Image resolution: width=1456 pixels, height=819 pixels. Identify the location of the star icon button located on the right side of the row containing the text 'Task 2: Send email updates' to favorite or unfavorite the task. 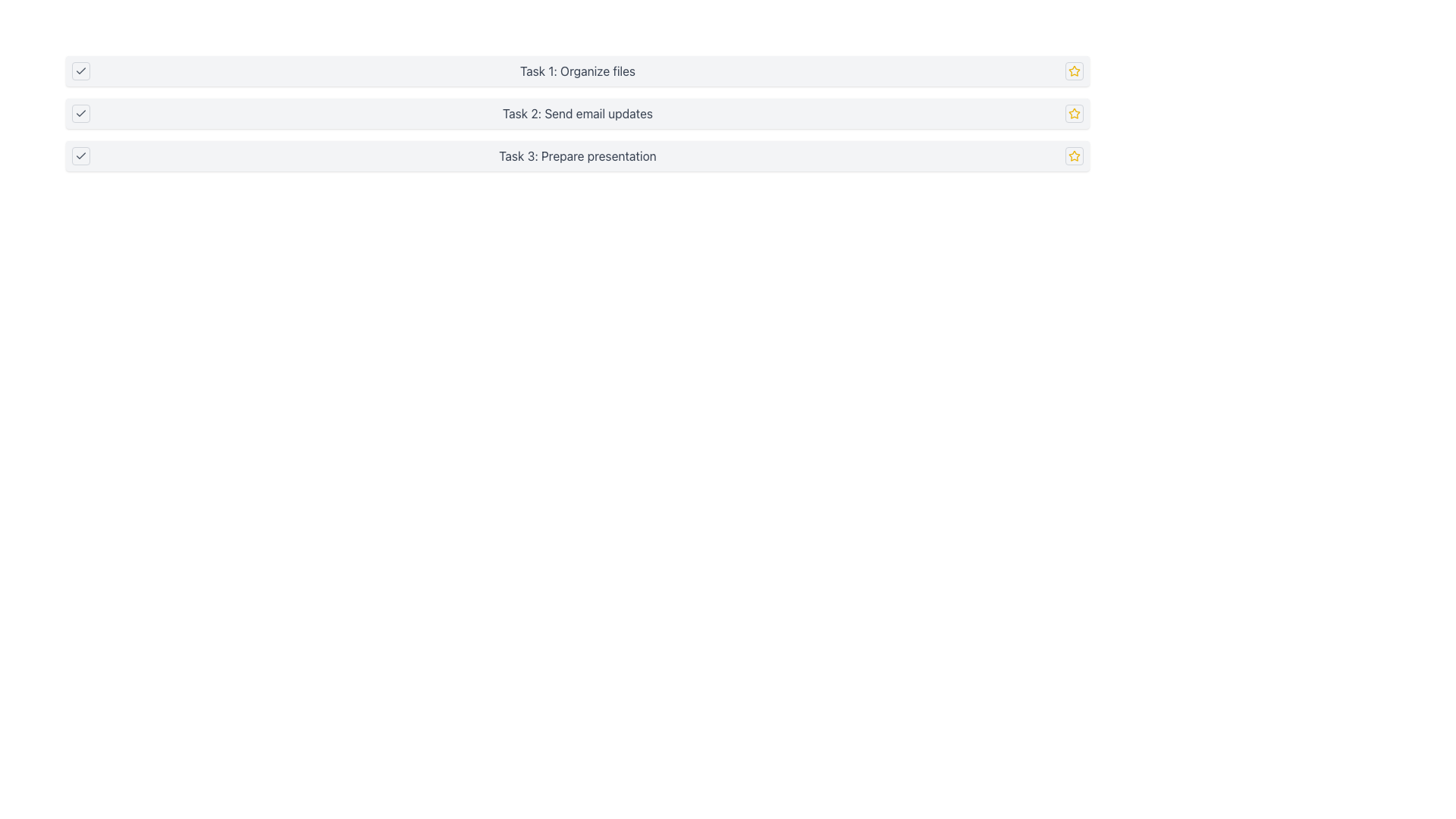
(1073, 113).